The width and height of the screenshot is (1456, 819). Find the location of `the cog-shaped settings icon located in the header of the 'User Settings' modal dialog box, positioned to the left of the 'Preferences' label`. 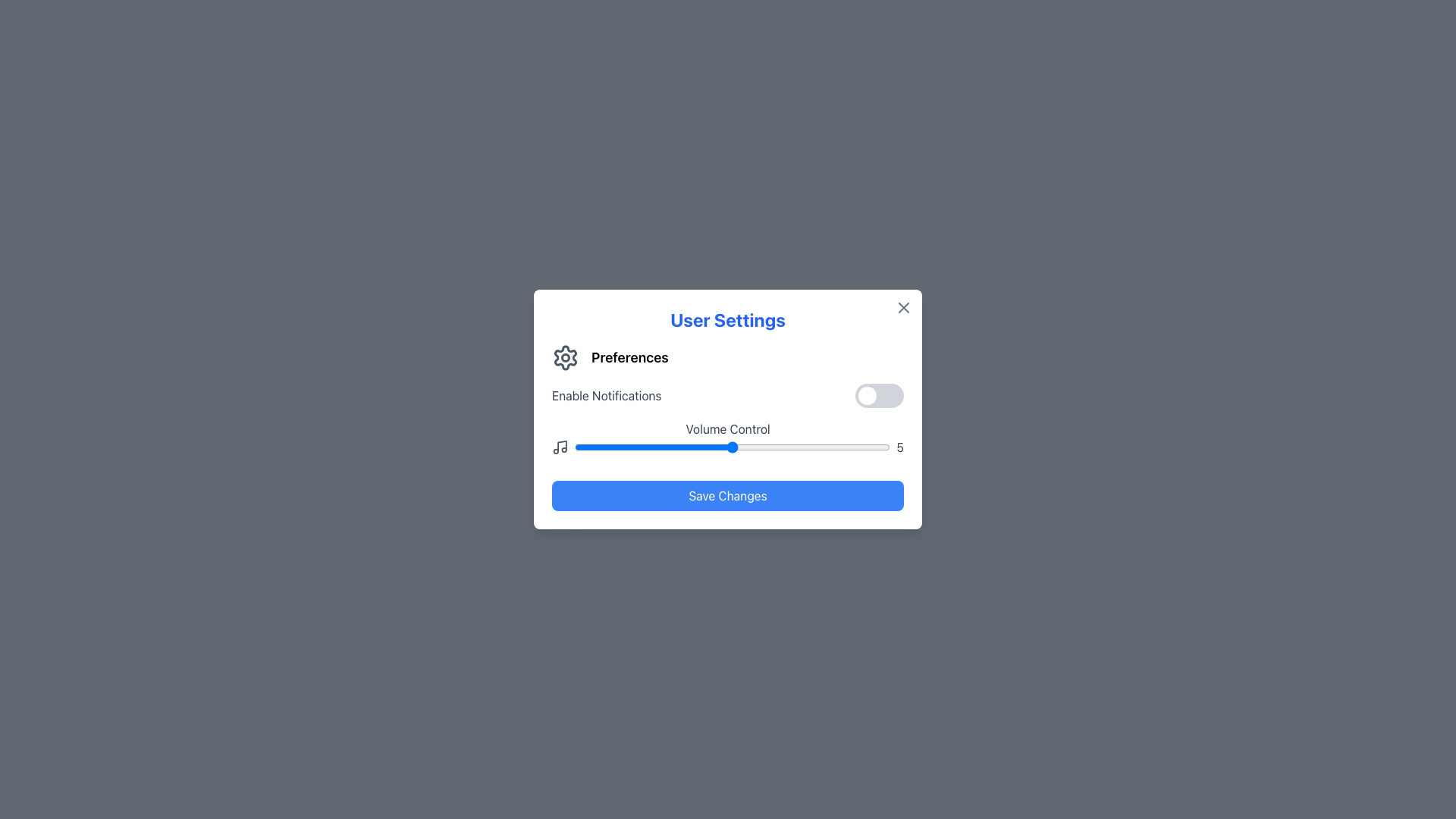

the cog-shaped settings icon located in the header of the 'User Settings' modal dialog box, positioned to the left of the 'Preferences' label is located at coordinates (564, 357).